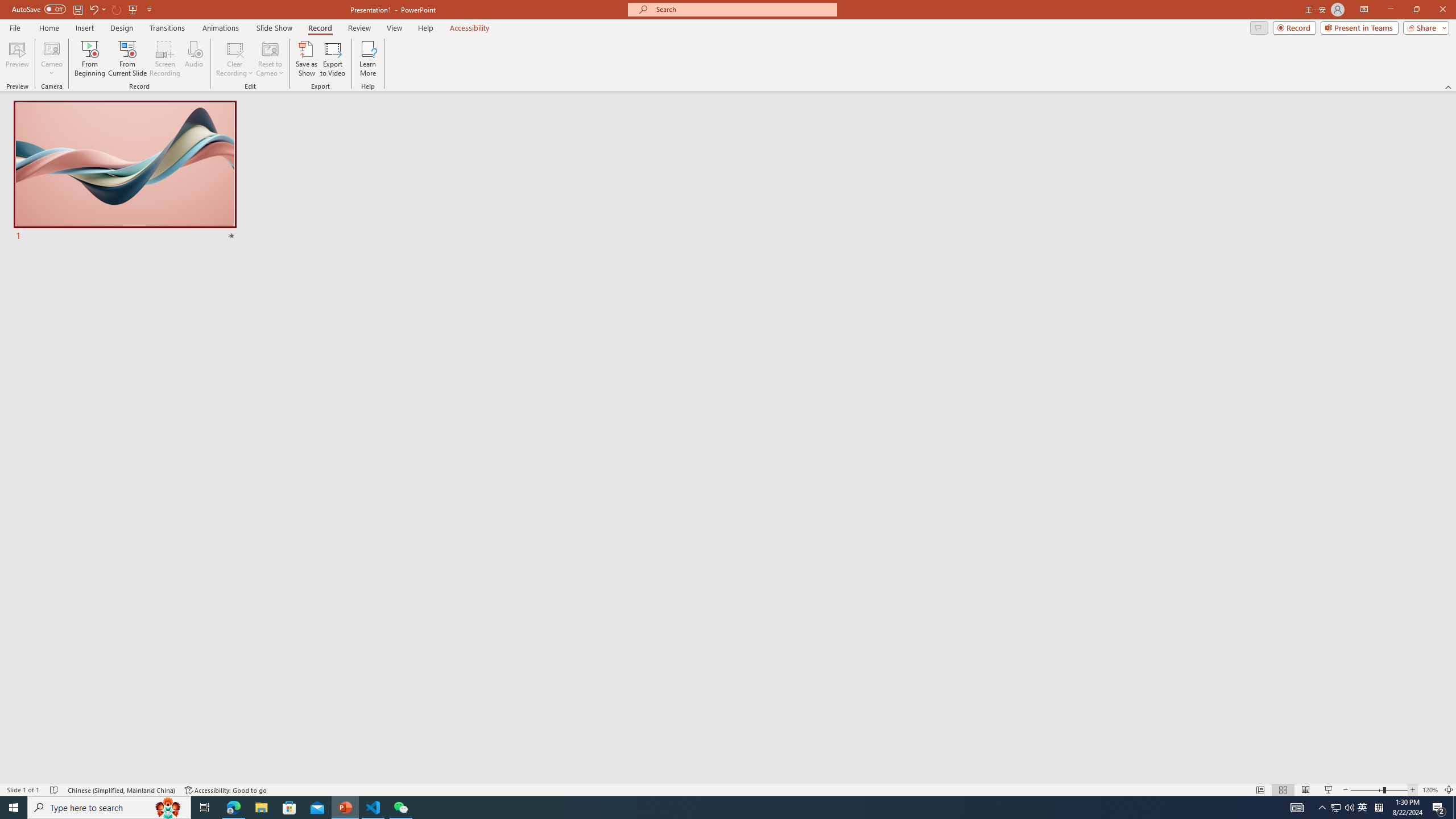 The width and height of the screenshot is (1456, 819). I want to click on 'Zoom 120%', so click(1430, 790).